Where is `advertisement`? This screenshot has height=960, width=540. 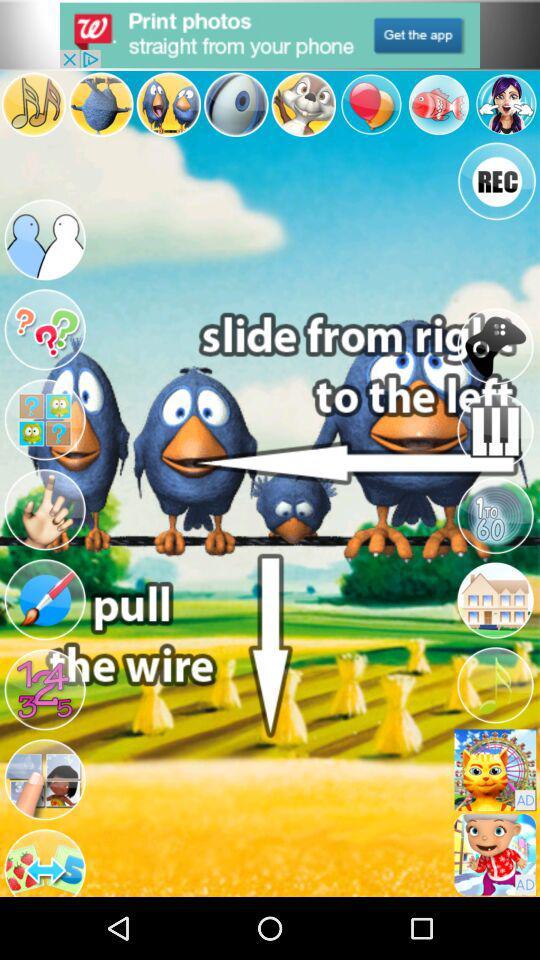 advertisement is located at coordinates (494, 853).